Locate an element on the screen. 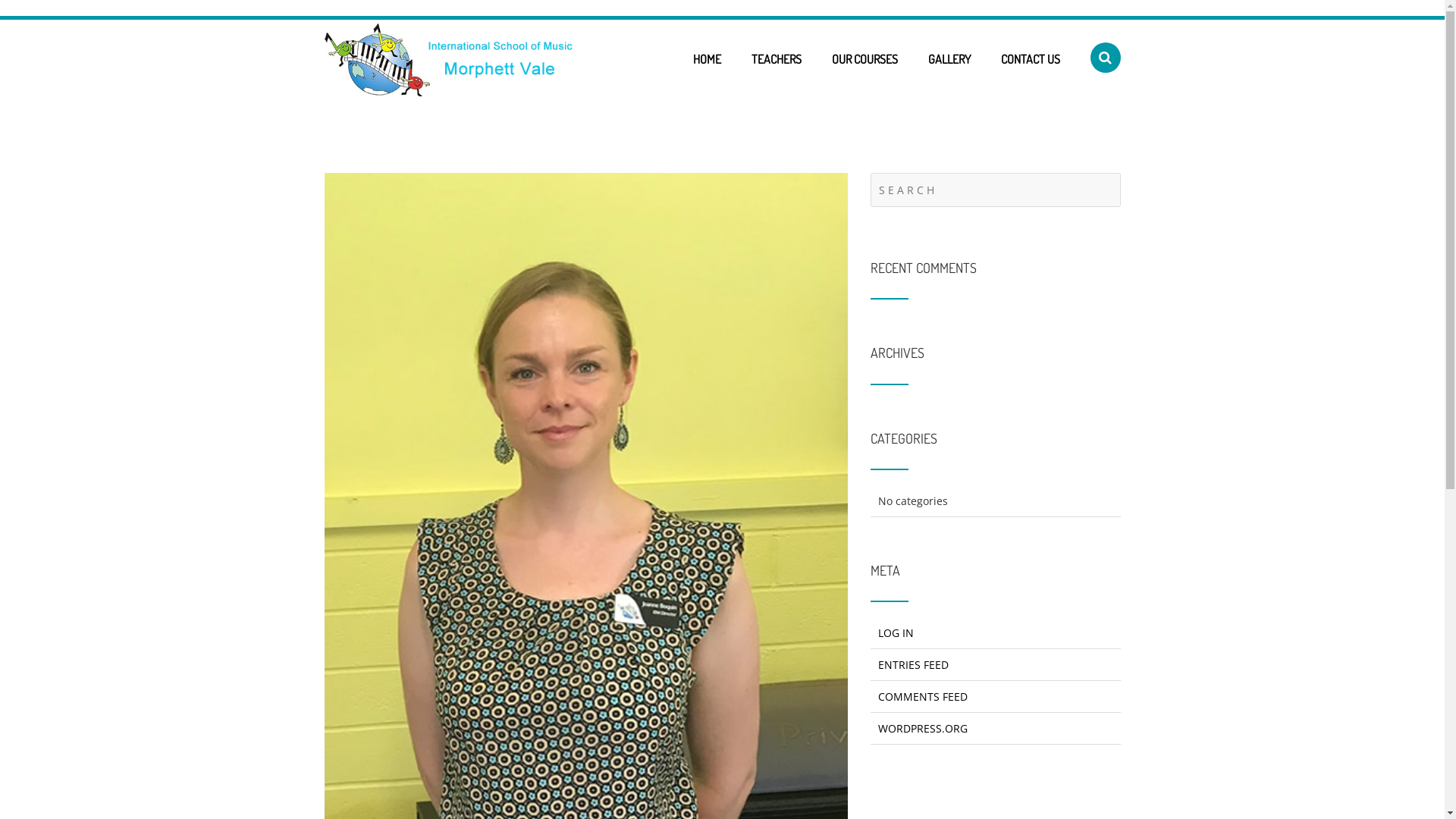  'TEACHERS' is located at coordinates (775, 58).